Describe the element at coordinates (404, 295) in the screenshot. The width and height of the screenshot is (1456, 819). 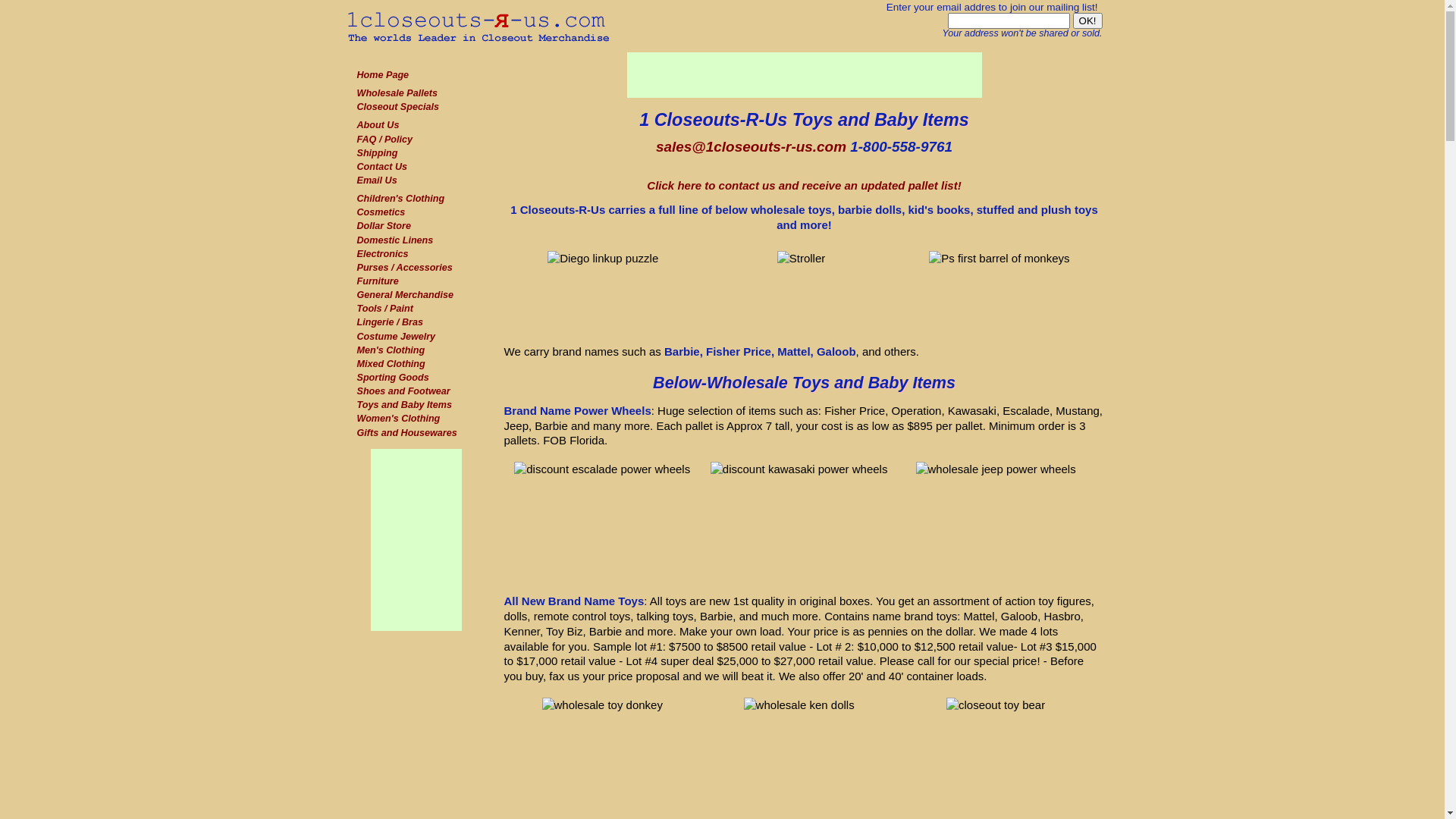
I see `'General Merchandise'` at that location.